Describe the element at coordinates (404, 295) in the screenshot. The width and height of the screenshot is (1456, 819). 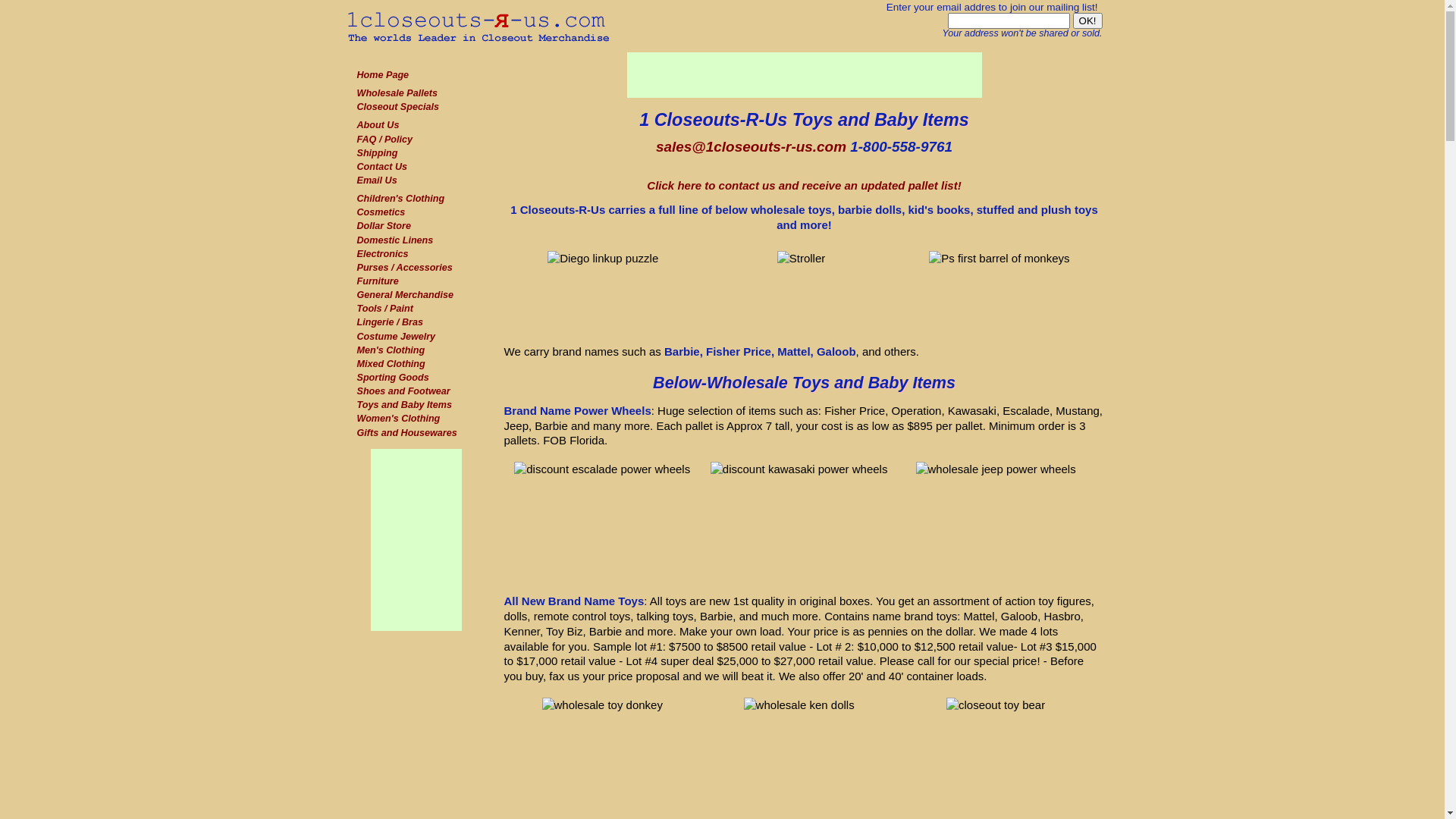
I see `'General Merchandise'` at that location.